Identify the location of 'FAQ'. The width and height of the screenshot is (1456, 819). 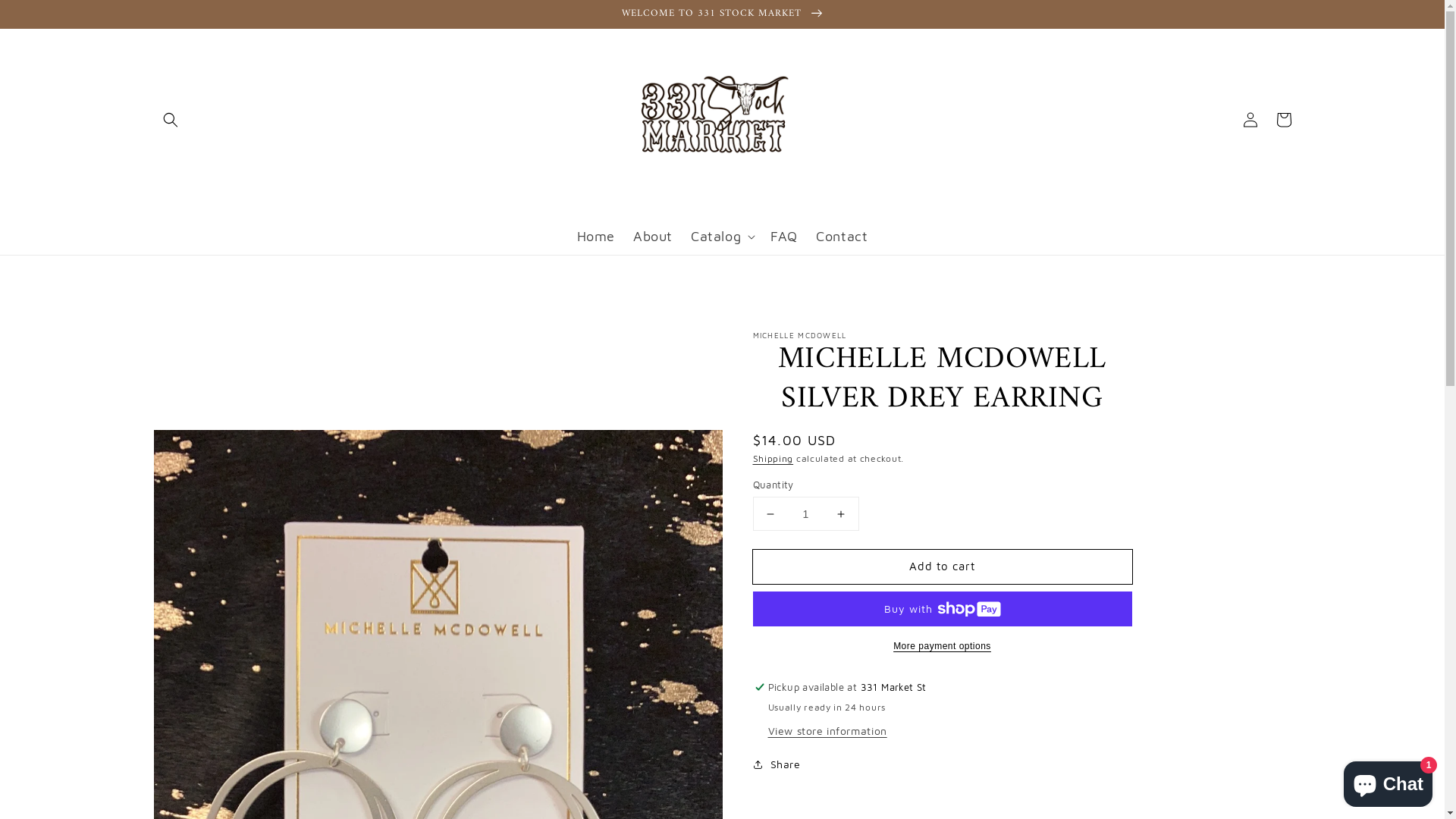
(783, 236).